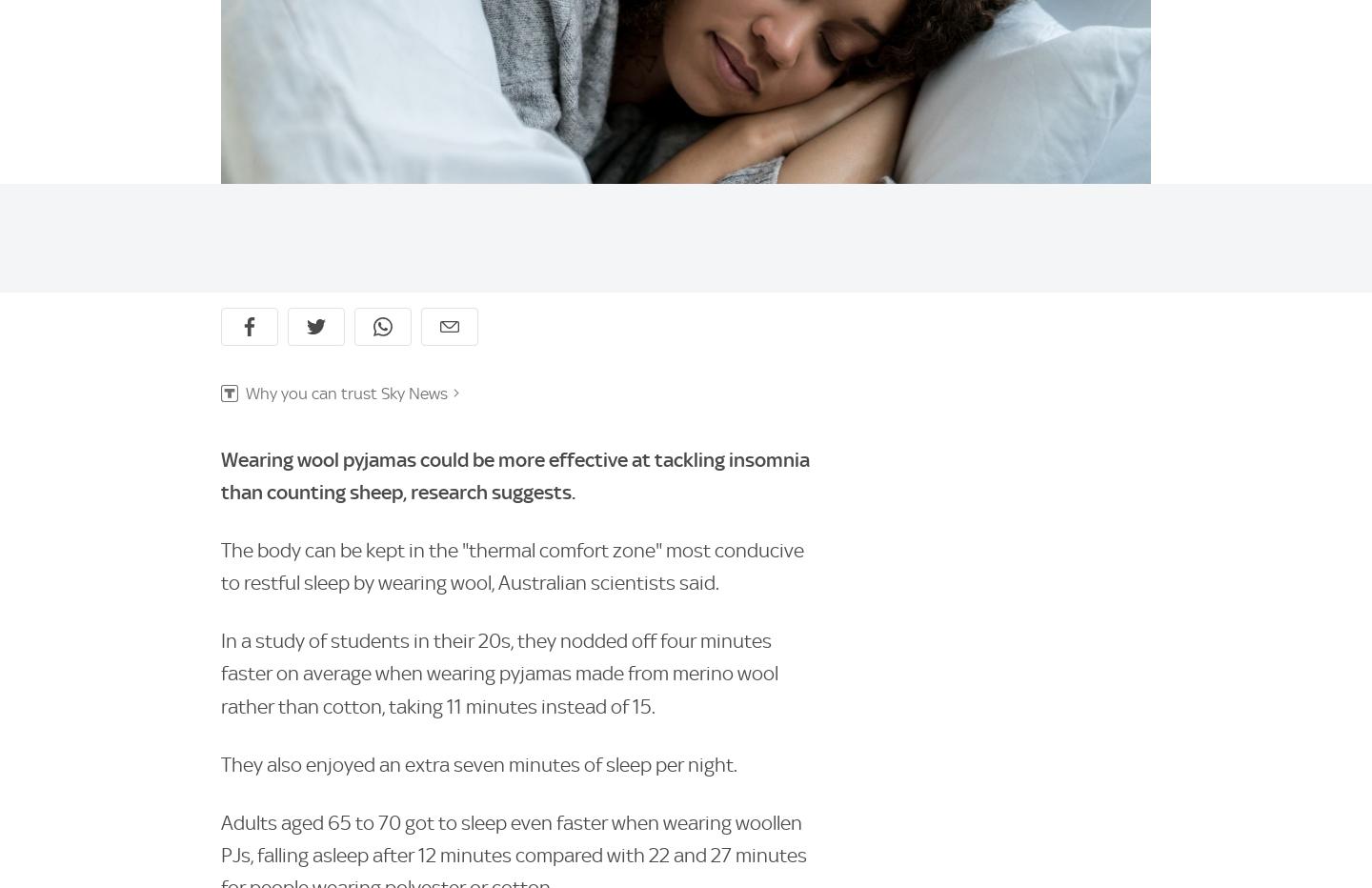 This screenshot has height=888, width=1372. I want to click on 'Sky Bet', so click(974, 671).